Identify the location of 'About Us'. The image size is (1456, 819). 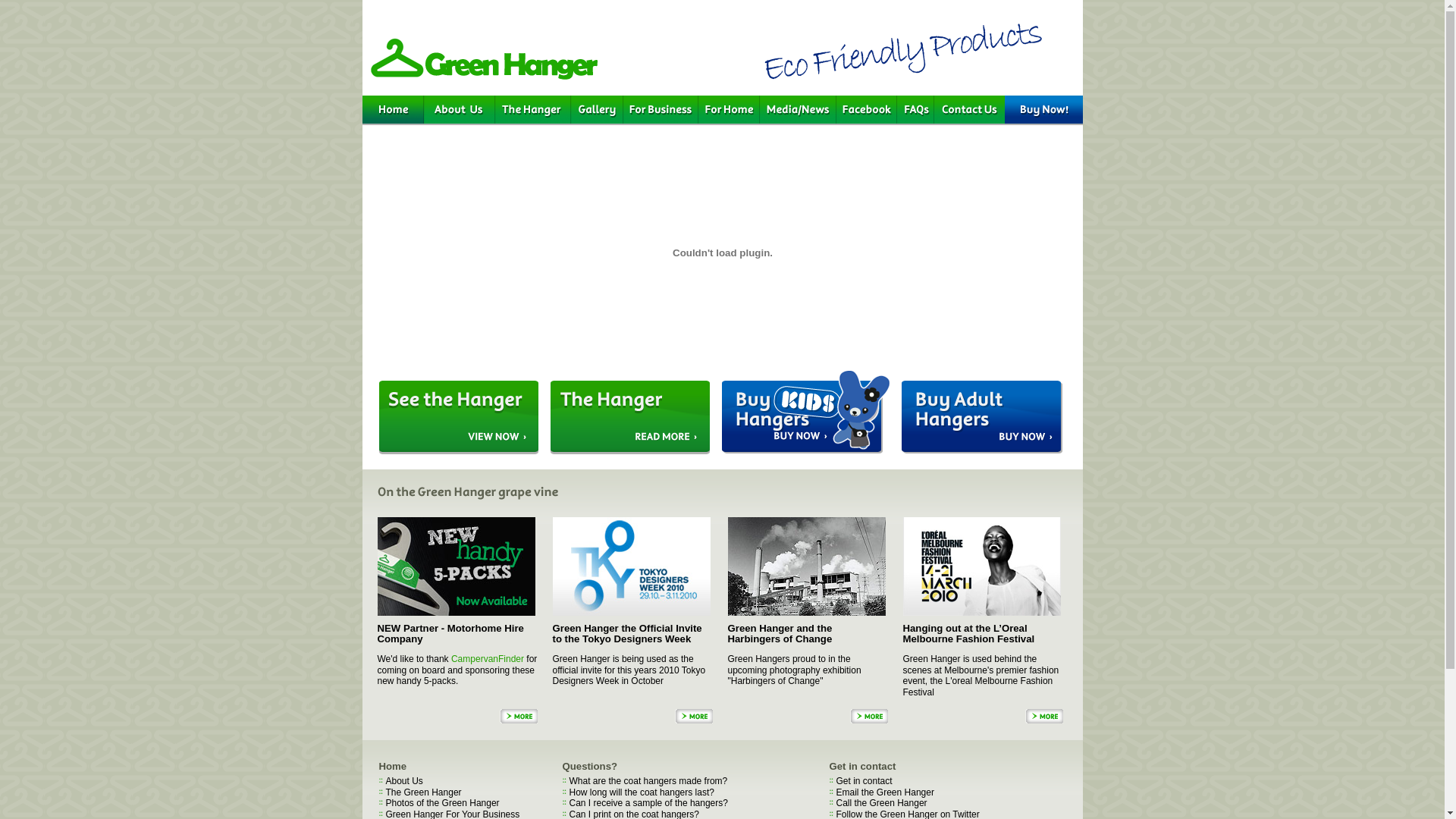
(403, 780).